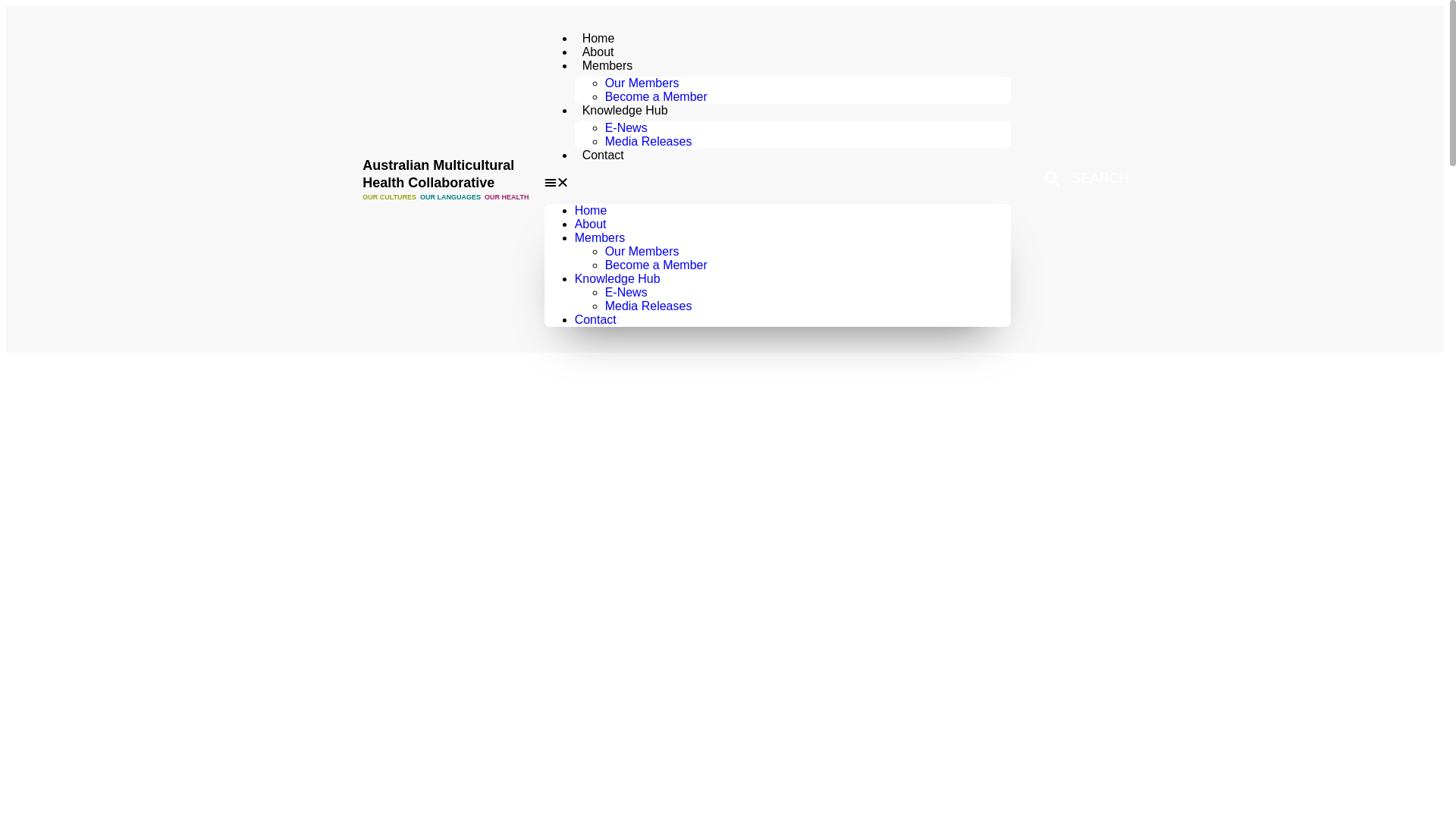 The width and height of the screenshot is (1456, 819). What do you see at coordinates (642, 83) in the screenshot?
I see `'Our Members'` at bounding box center [642, 83].